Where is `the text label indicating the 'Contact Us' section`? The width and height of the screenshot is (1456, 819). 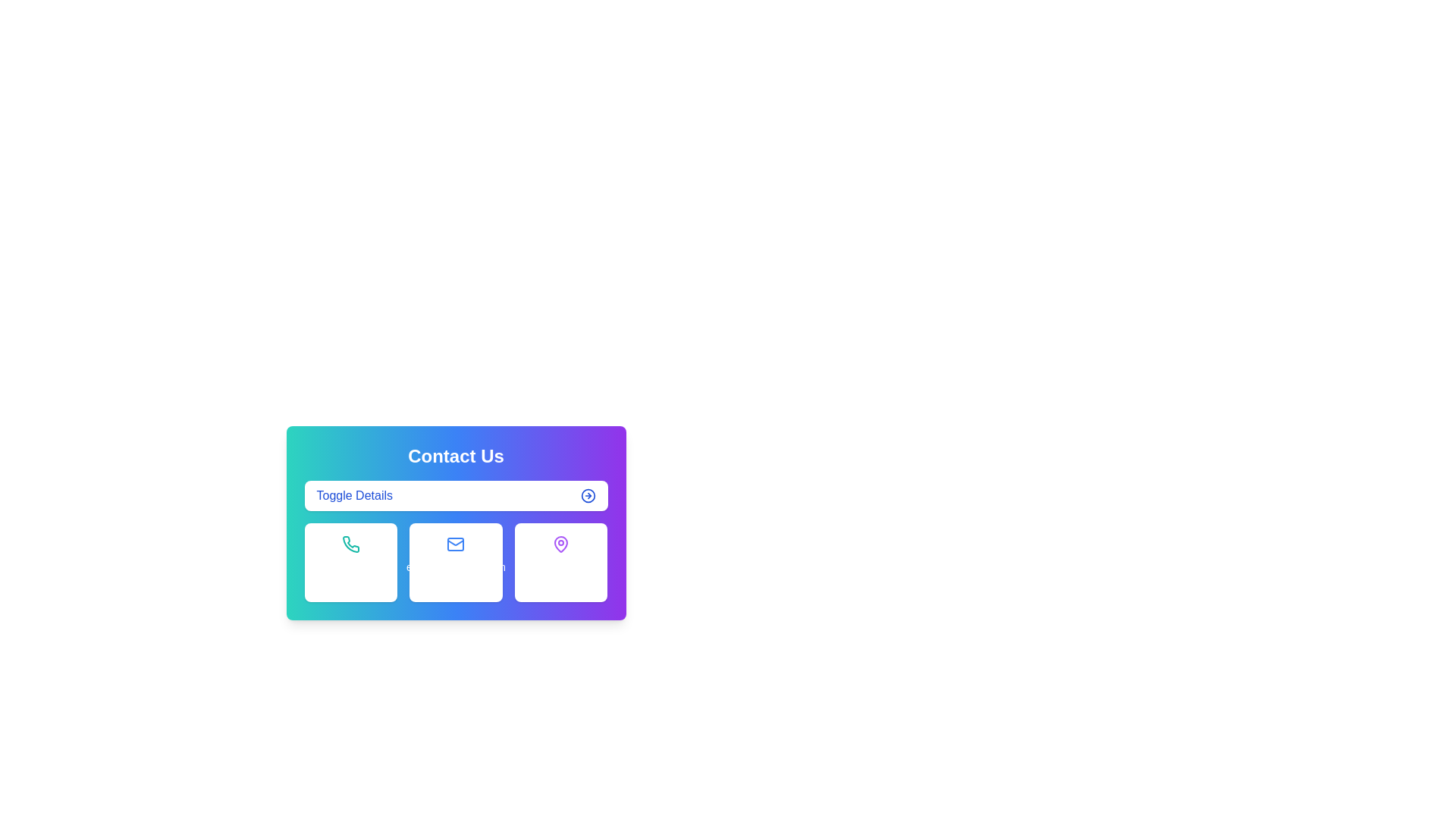 the text label indicating the 'Contact Us' section is located at coordinates (353, 496).